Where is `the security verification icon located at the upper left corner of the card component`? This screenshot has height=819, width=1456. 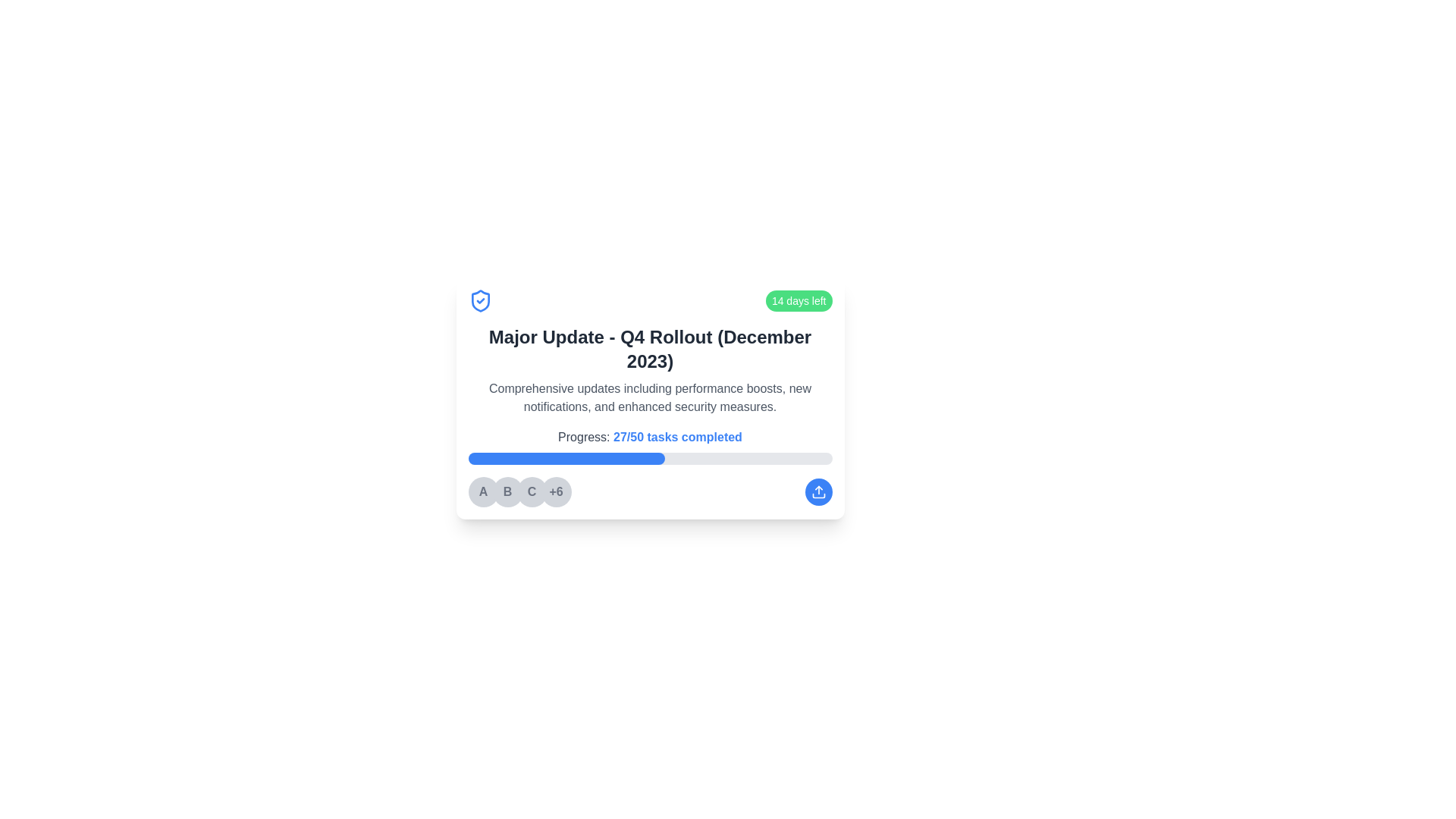 the security verification icon located at the upper left corner of the card component is located at coordinates (479, 301).